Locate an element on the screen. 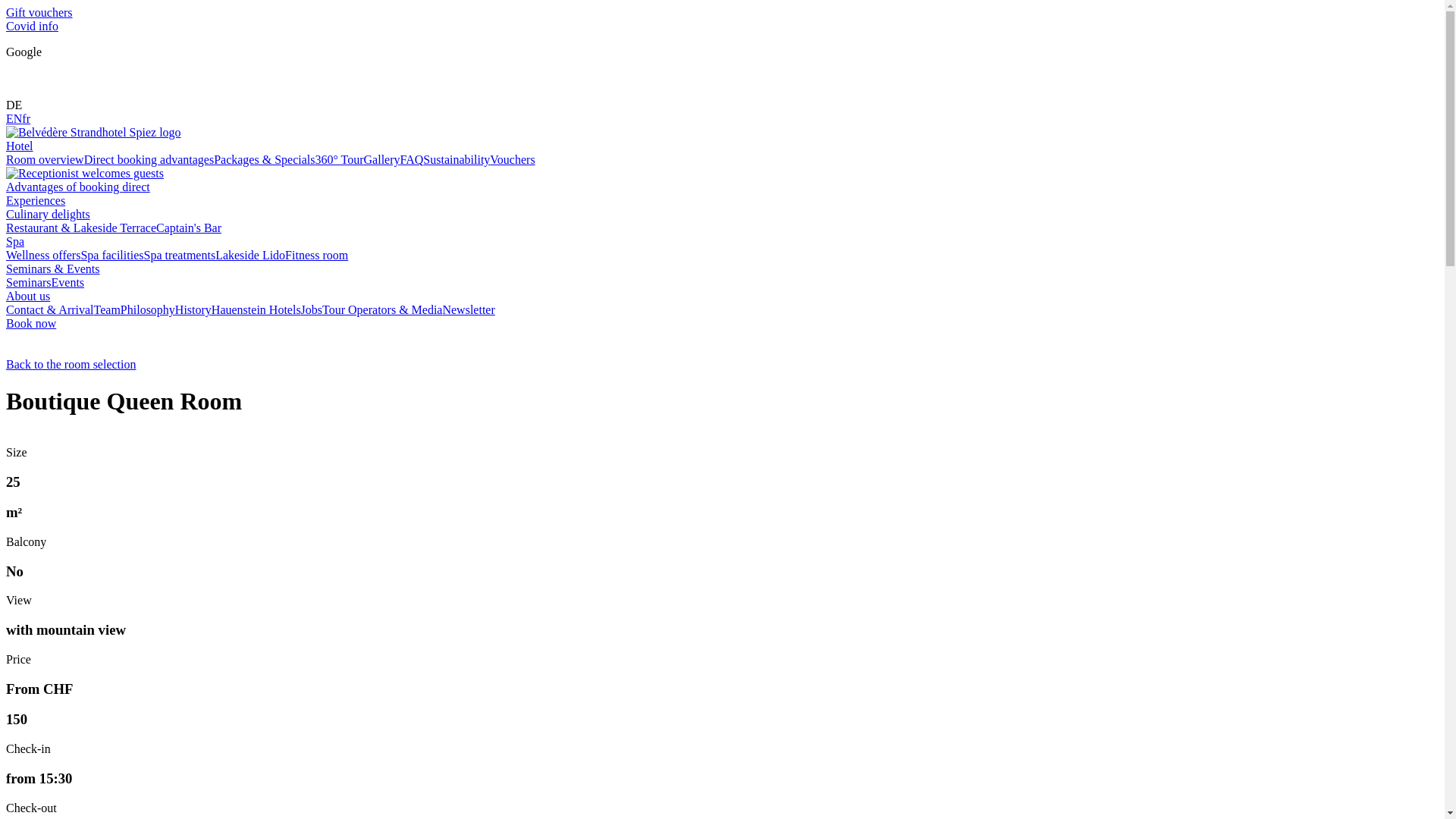 Image resolution: width=1456 pixels, height=819 pixels. 'Events' is located at coordinates (67, 282).